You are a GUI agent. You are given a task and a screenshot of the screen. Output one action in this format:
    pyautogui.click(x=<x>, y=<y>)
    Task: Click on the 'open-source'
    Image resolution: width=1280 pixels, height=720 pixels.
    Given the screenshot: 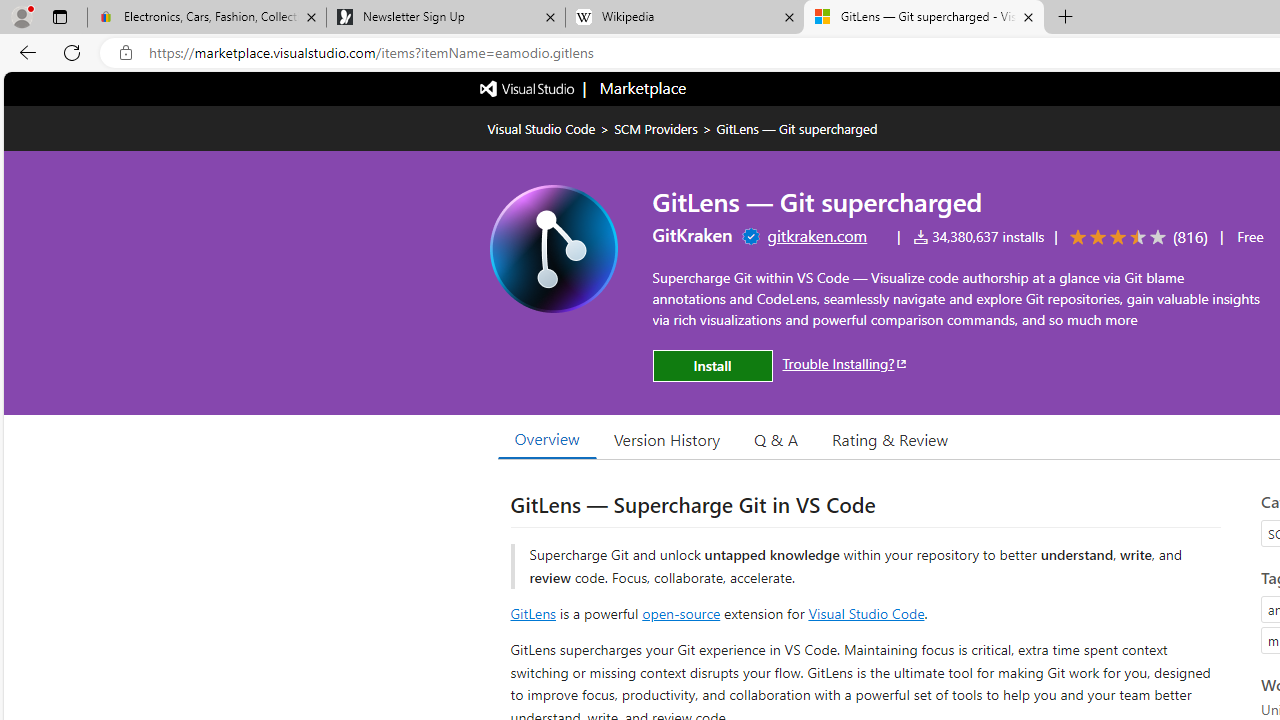 What is the action you would take?
    pyautogui.click(x=681, y=612)
    